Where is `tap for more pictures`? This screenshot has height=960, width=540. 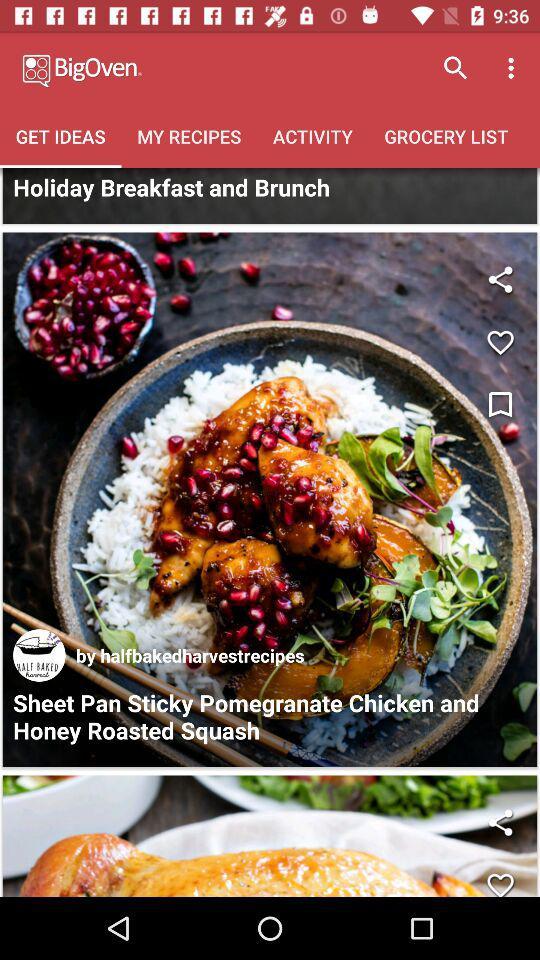 tap for more pictures is located at coordinates (270, 196).